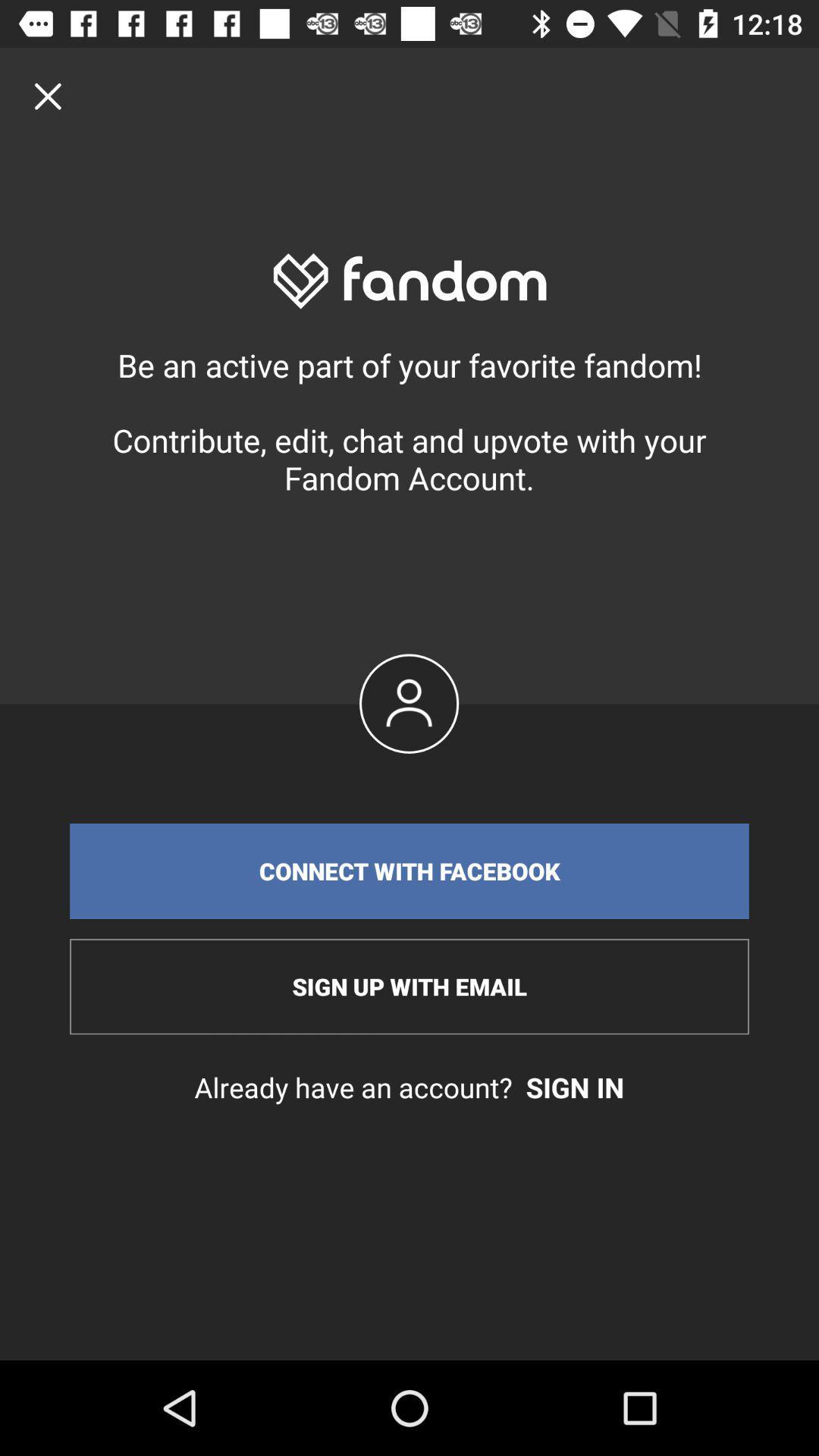 The image size is (819, 1456). I want to click on the item above be an active, so click(47, 95).